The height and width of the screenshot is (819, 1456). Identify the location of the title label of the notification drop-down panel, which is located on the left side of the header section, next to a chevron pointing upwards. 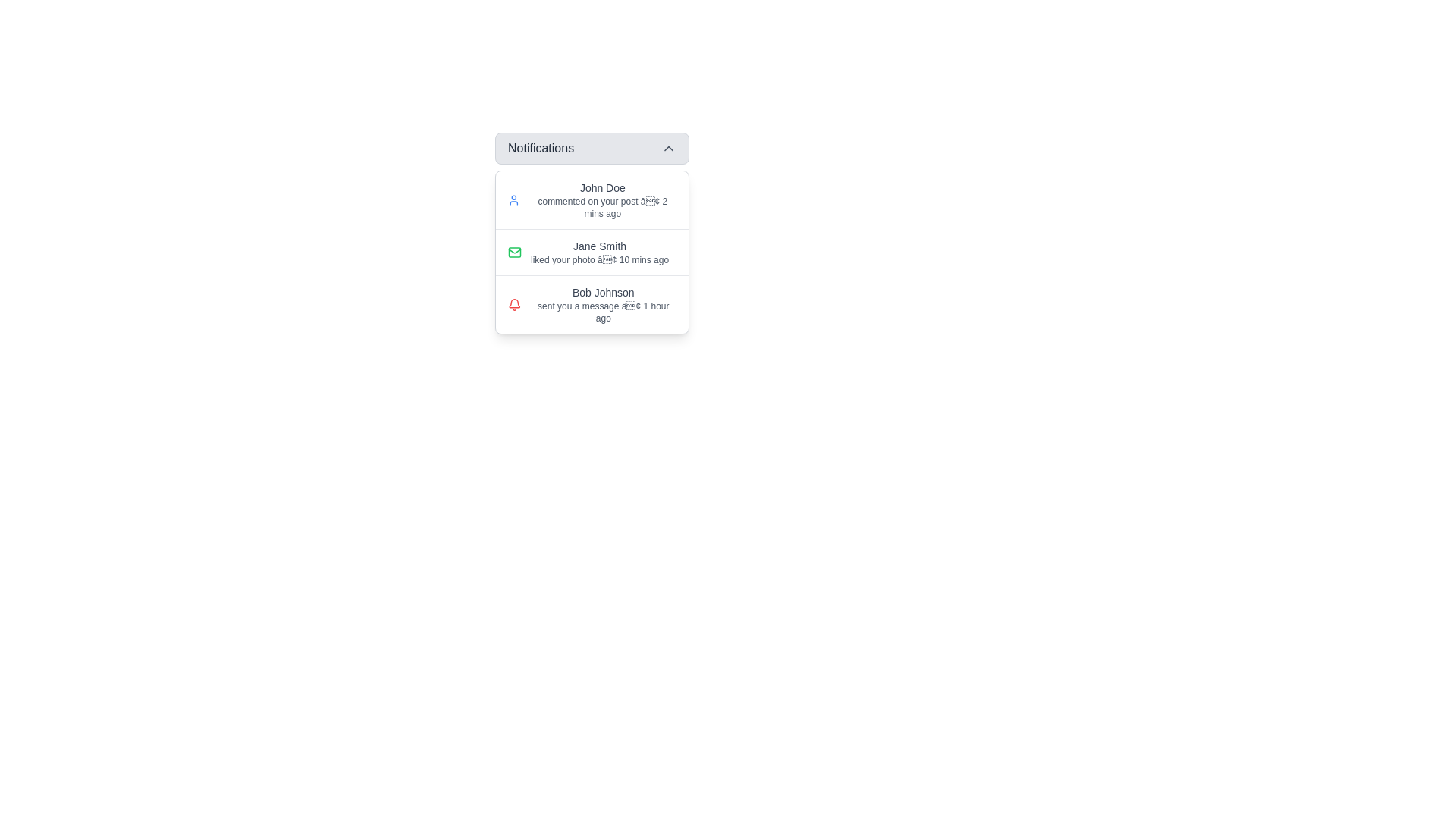
(541, 149).